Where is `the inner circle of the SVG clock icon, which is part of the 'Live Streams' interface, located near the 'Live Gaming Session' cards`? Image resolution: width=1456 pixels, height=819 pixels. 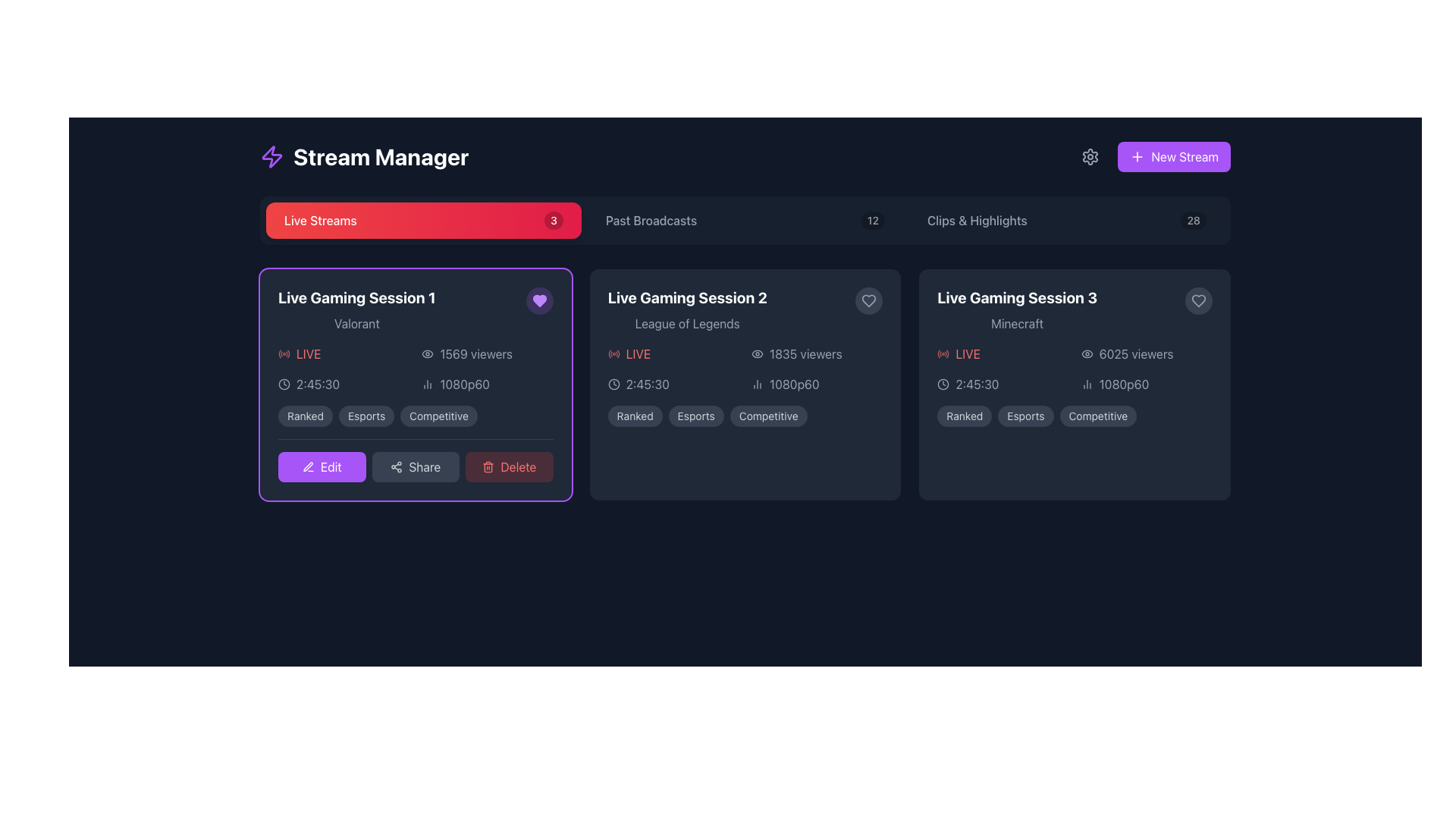
the inner circle of the SVG clock icon, which is part of the 'Live Streams' interface, located near the 'Live Gaming Session' cards is located at coordinates (613, 383).